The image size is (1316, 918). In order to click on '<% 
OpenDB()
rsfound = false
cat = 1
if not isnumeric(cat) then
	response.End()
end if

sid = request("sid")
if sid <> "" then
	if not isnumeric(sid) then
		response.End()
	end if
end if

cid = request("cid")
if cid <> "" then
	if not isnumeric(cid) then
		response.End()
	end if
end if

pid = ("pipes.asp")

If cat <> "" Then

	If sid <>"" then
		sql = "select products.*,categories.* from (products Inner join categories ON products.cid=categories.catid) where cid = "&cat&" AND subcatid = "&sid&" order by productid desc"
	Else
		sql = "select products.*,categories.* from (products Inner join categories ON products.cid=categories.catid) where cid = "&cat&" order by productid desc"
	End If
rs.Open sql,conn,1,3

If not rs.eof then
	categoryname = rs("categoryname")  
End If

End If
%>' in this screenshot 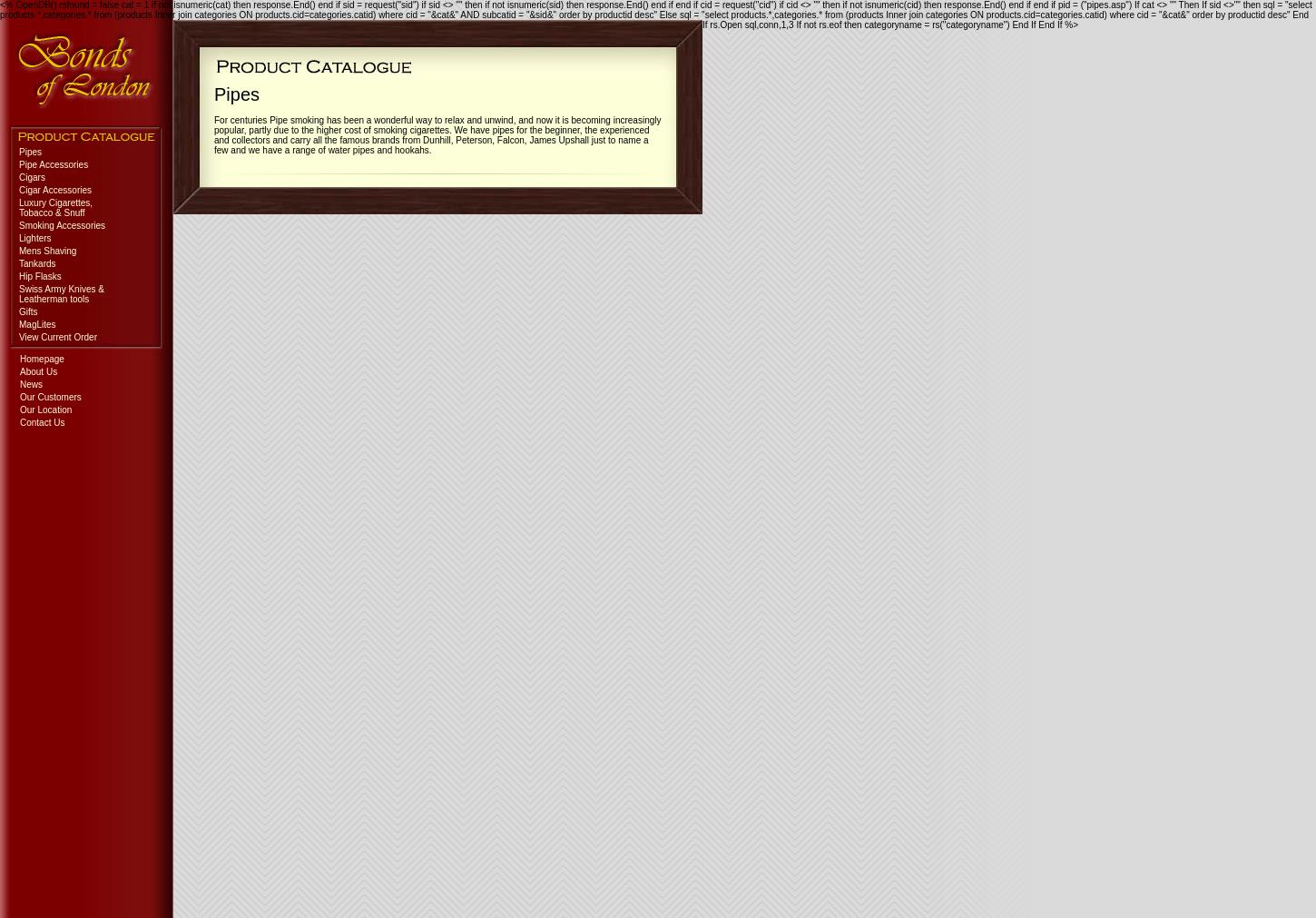, I will do `click(654, 14)`.